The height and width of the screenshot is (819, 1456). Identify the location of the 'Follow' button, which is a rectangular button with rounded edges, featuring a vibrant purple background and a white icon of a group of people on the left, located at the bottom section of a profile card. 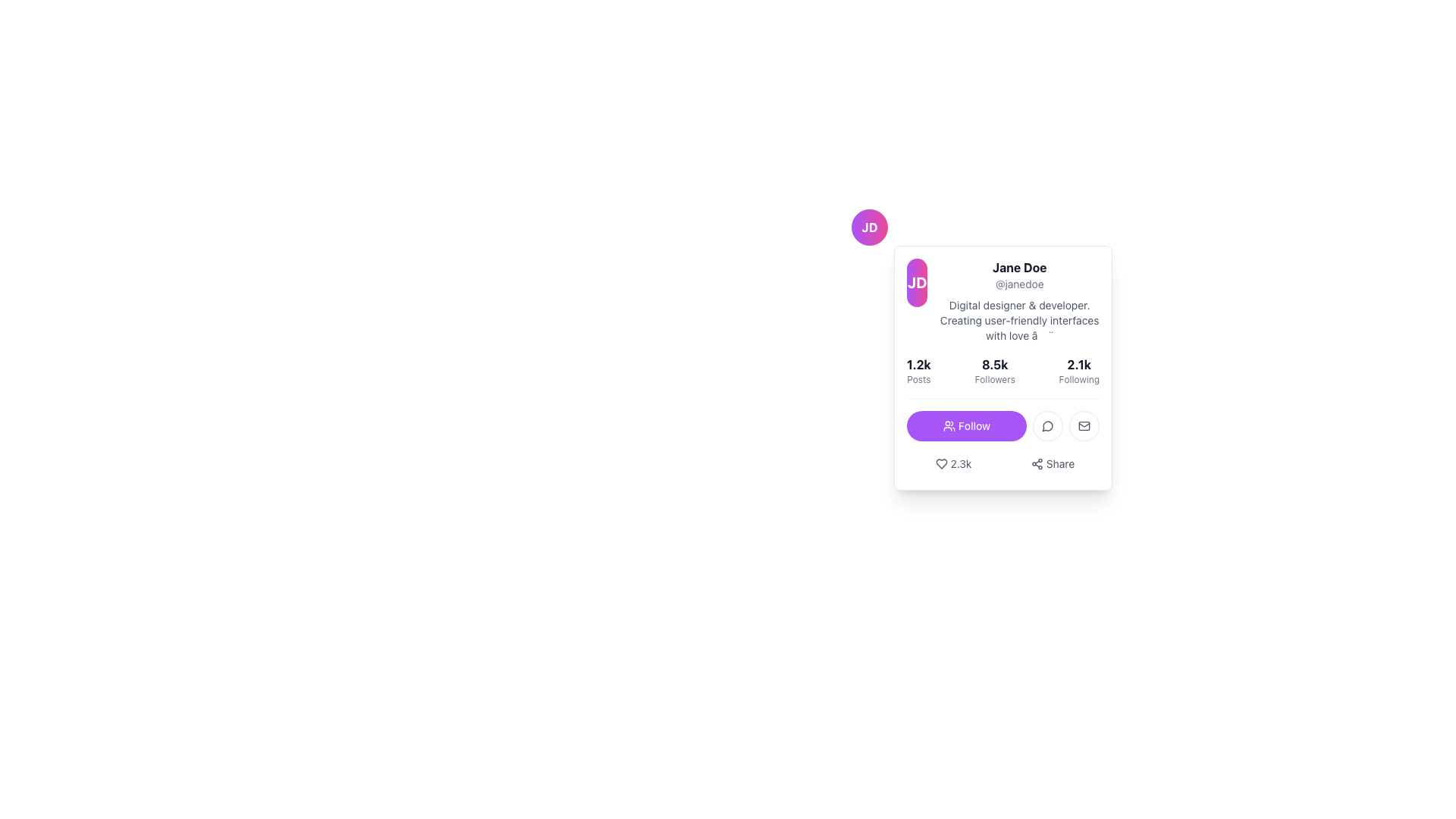
(966, 426).